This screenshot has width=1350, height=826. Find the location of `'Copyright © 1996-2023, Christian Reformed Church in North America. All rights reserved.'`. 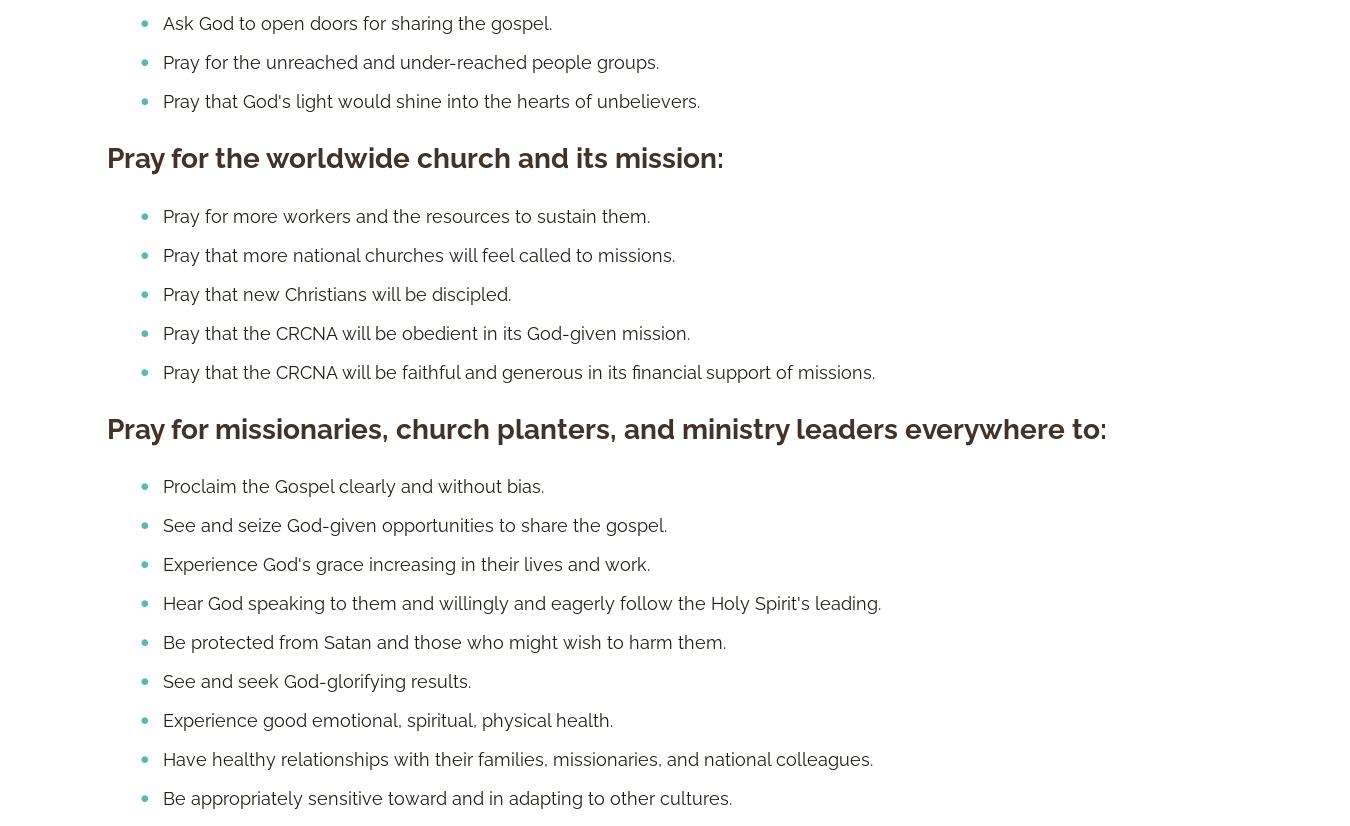

'Copyright © 1996-2023, Christian Reformed Church in North America. All rights reserved.' is located at coordinates (106, 194).